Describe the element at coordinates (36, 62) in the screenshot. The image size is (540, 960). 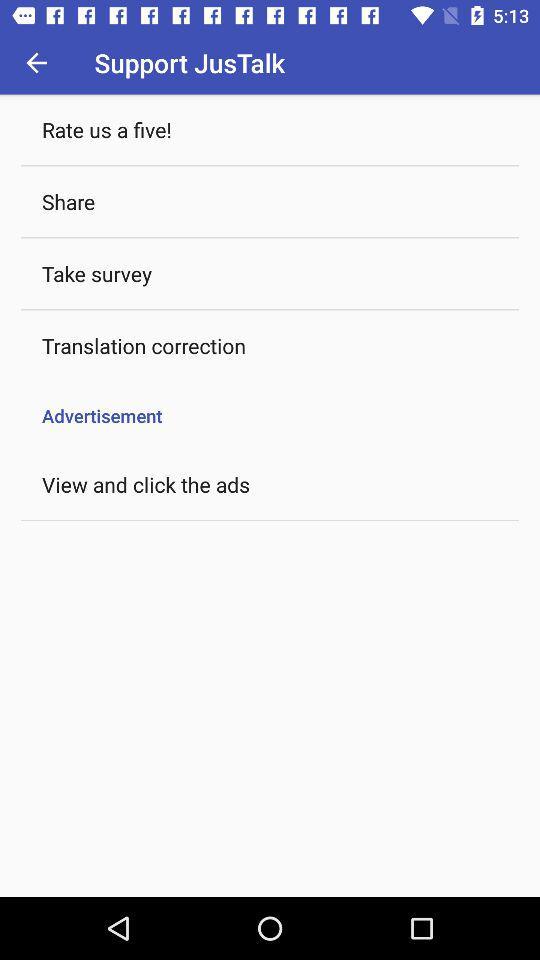
I see `the icon next to the support justalk` at that location.